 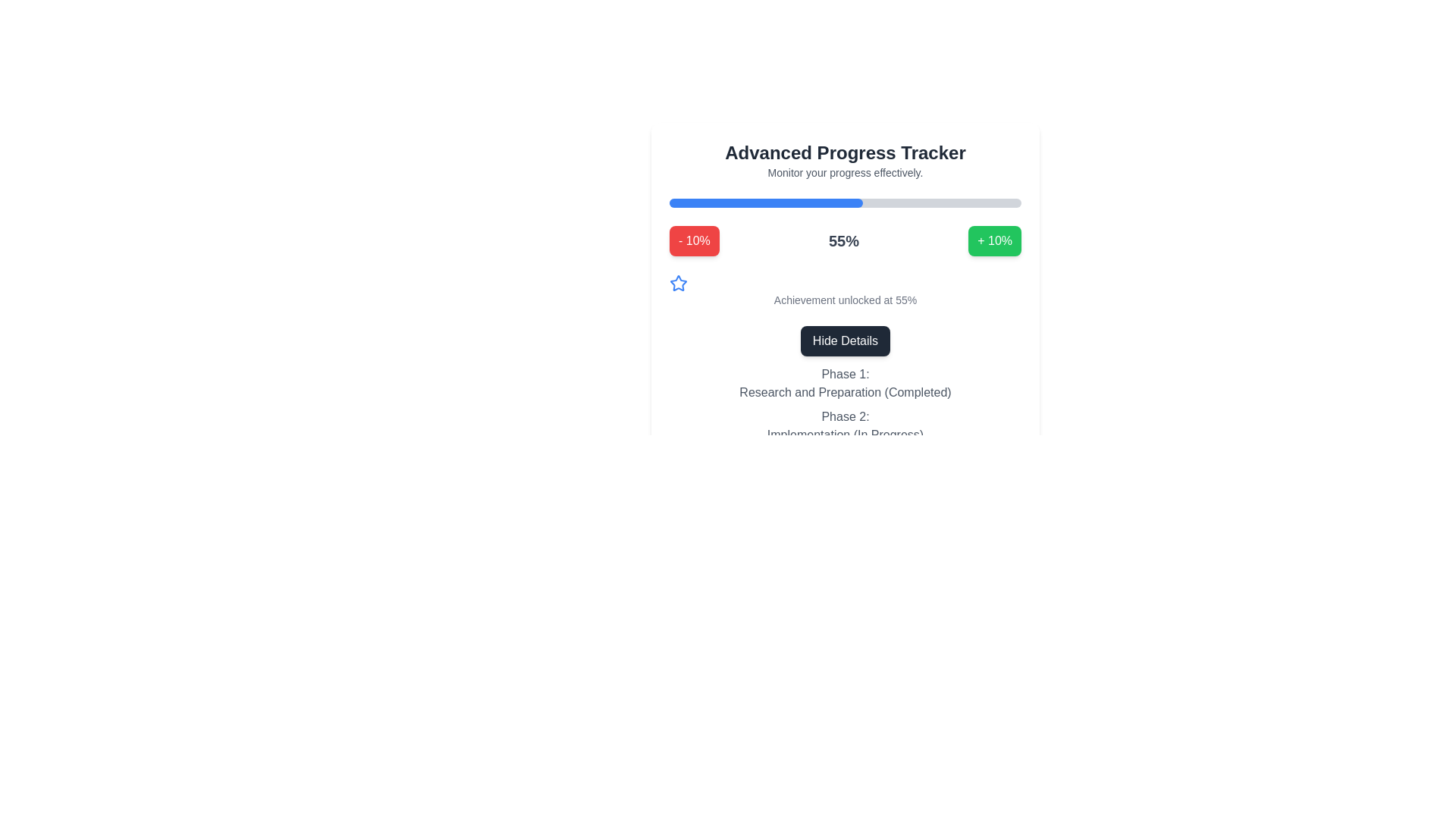 I want to click on the static text that indicates a milestone or achievement progress, stating it is unlocked at 55%, so click(x=844, y=300).